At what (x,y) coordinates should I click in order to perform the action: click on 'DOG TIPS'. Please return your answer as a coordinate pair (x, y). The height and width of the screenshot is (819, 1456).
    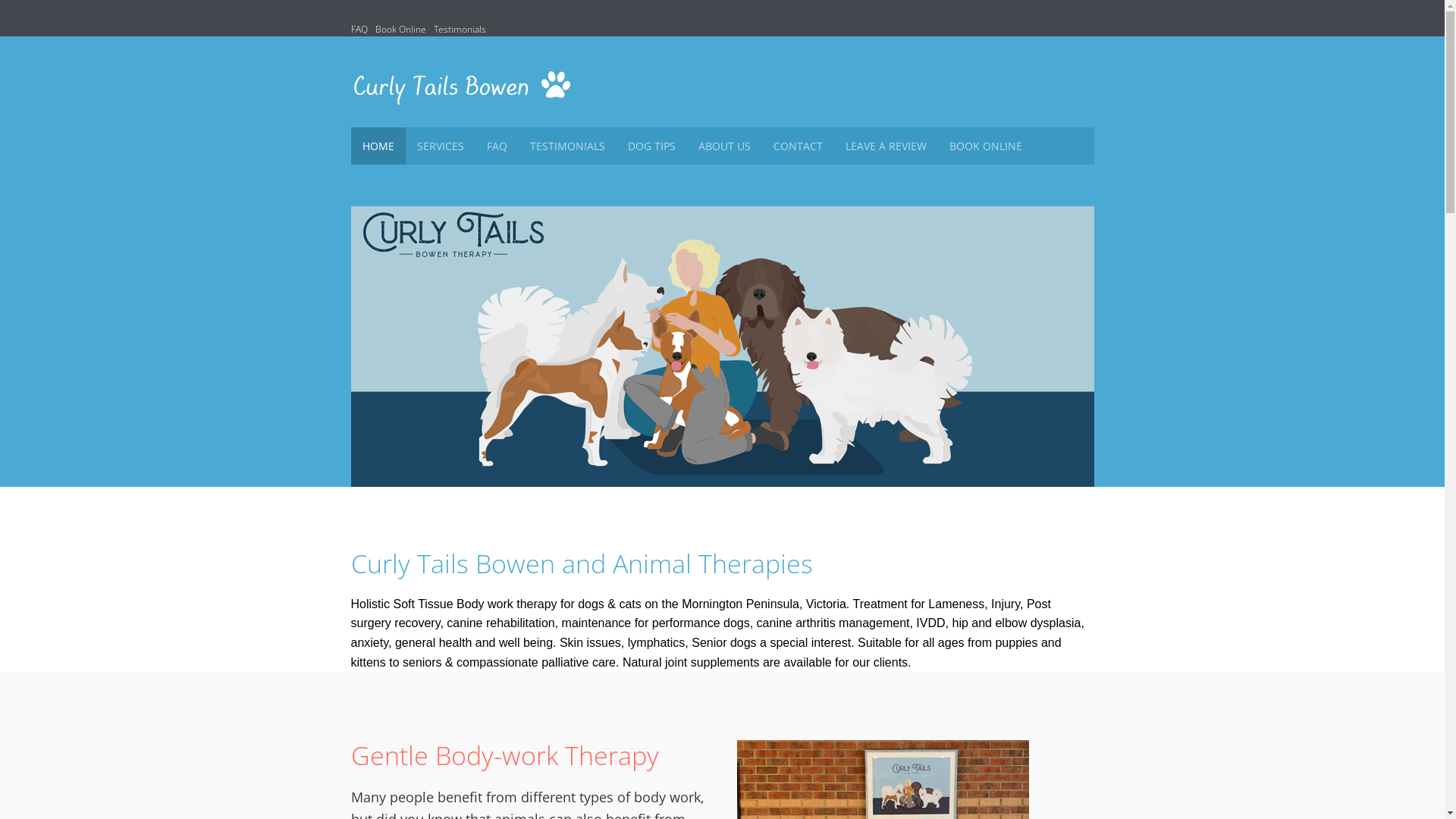
    Looking at the image, I should click on (651, 146).